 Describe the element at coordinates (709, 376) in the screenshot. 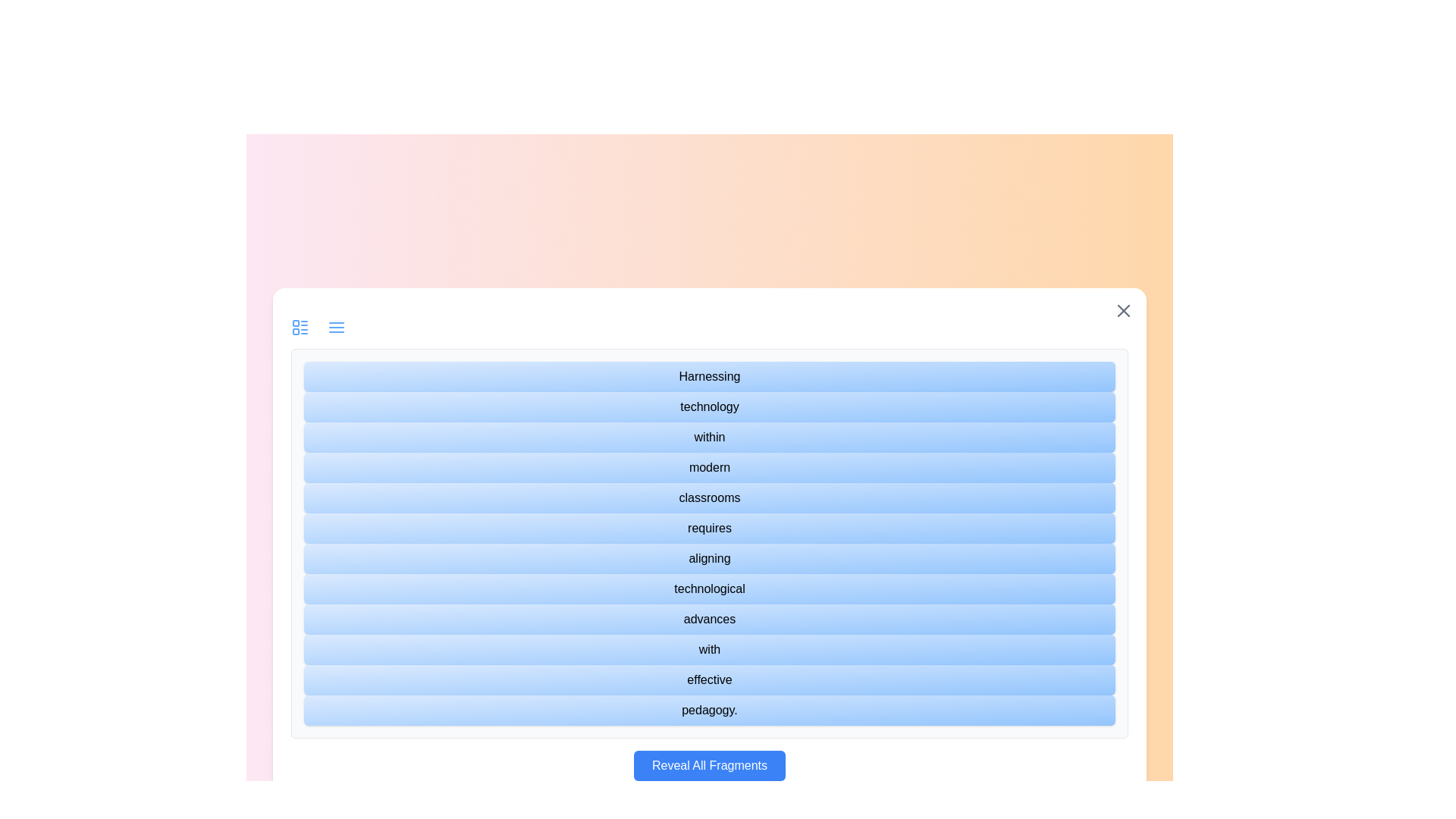

I see `the text fragment labeled 'Harnessing'` at that location.